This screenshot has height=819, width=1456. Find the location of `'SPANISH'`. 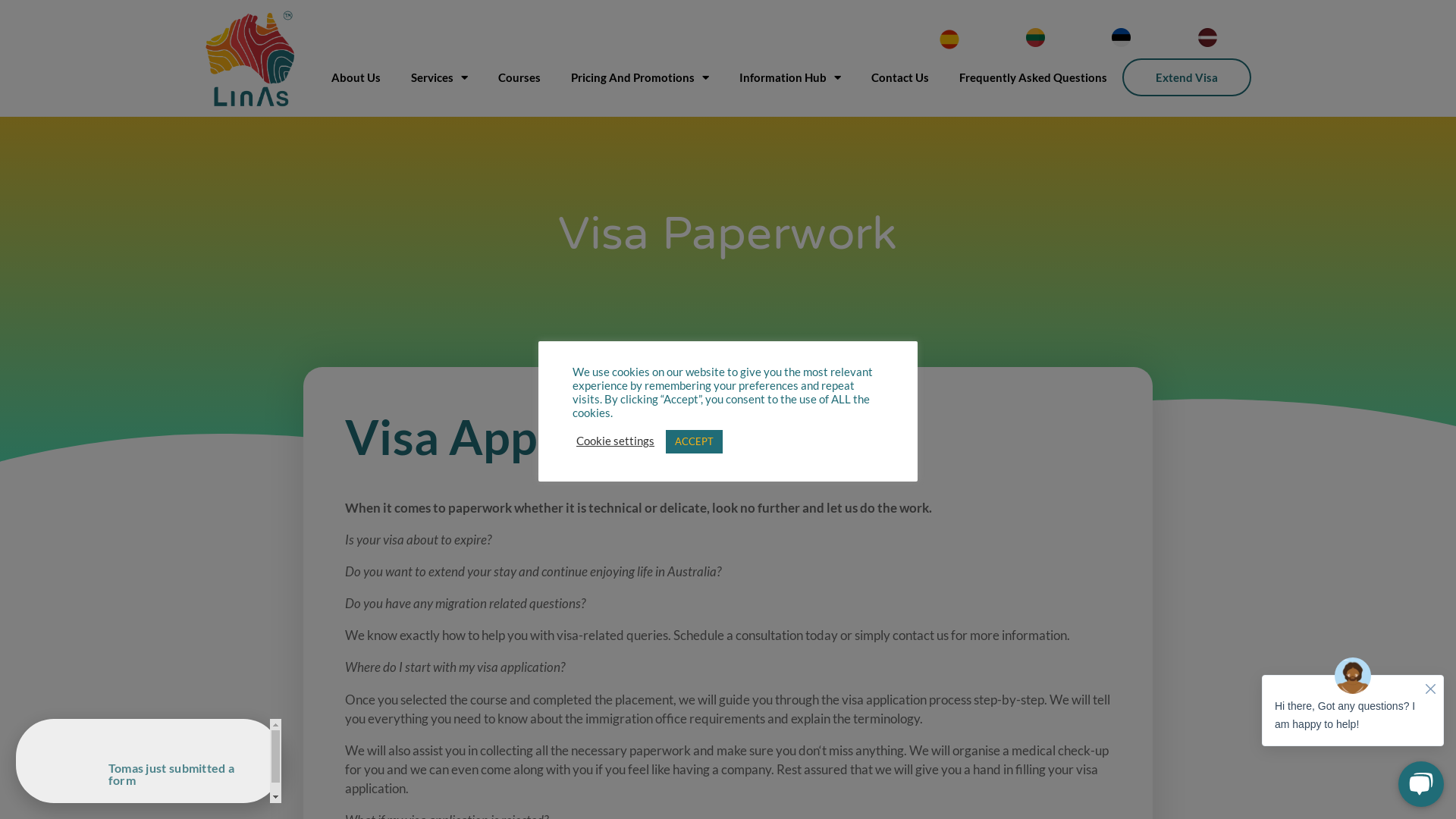

'SPANISH' is located at coordinates (949, 38).